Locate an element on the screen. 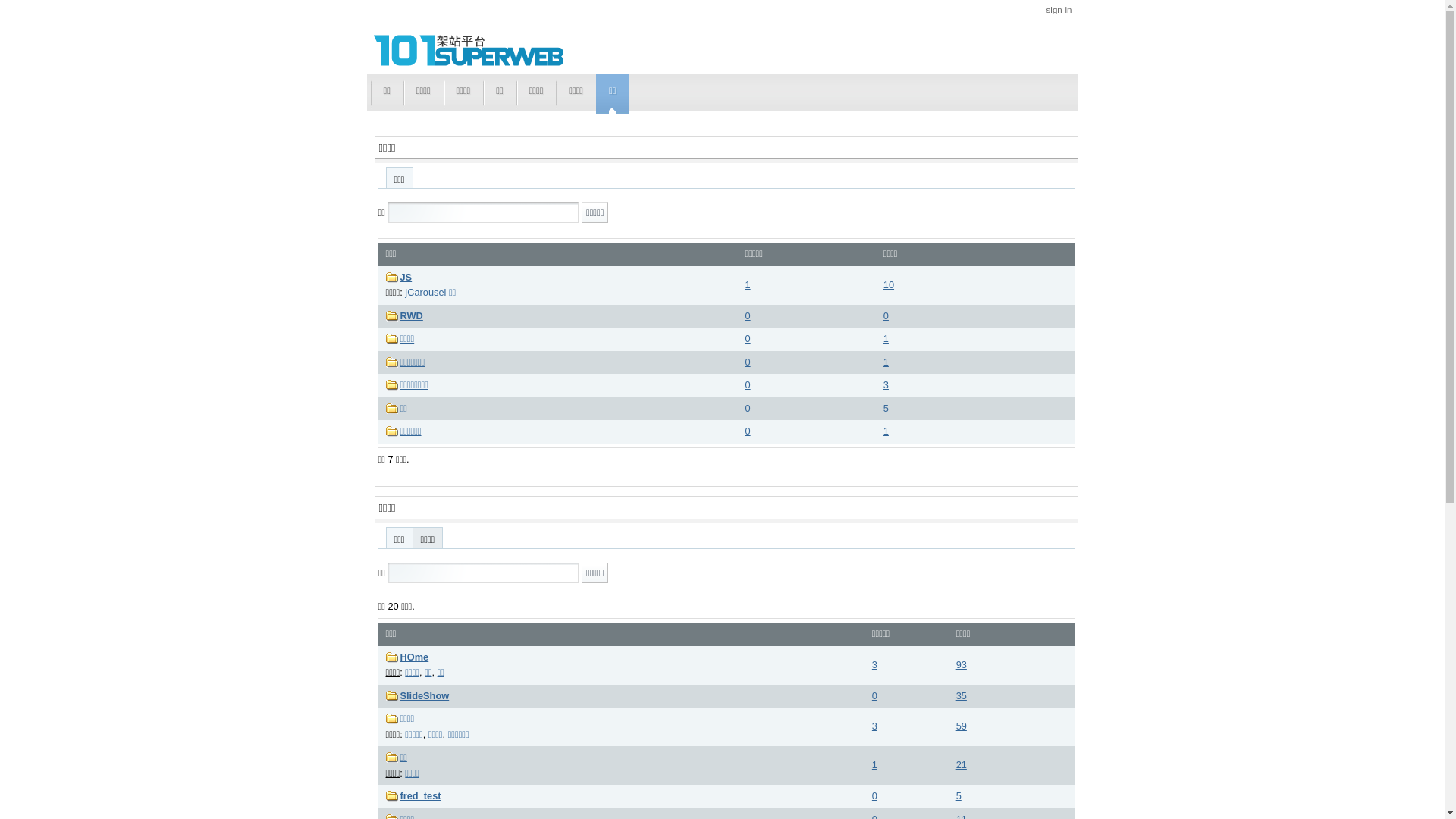 This screenshot has width=1456, height=819. '10' is located at coordinates (888, 284).